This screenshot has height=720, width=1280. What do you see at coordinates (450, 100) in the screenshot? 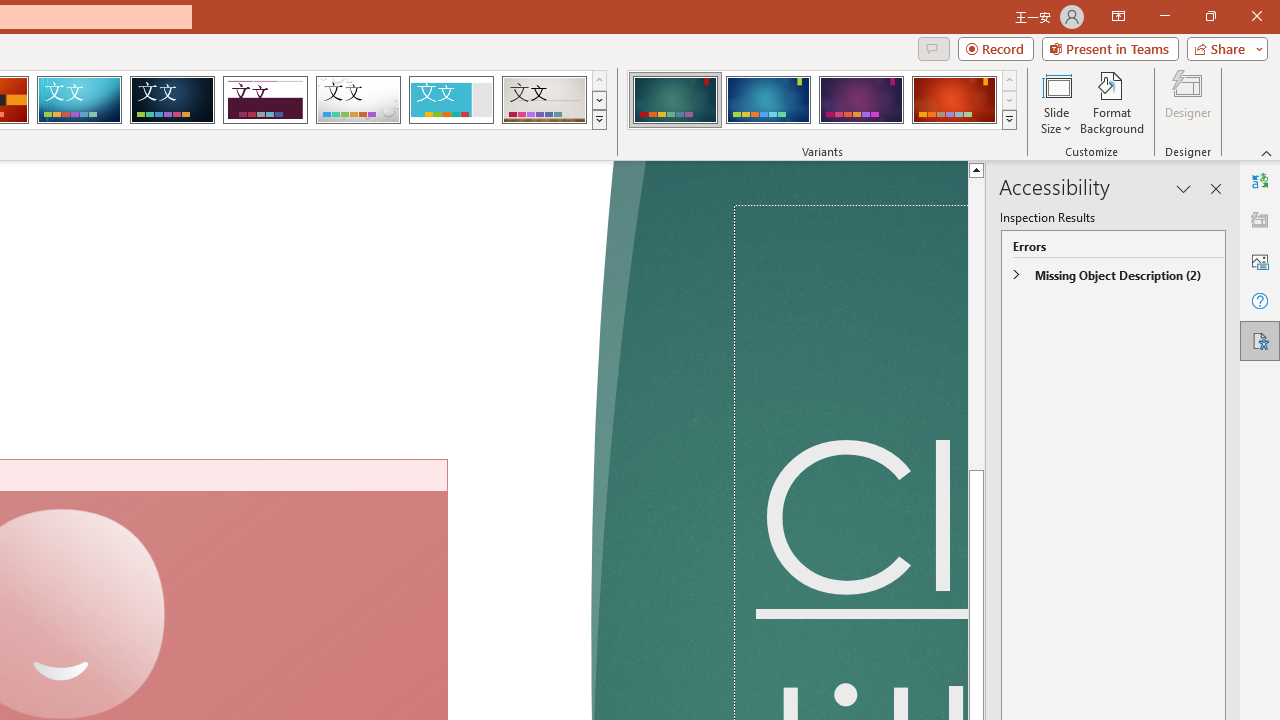
I see `'Frame'` at bounding box center [450, 100].